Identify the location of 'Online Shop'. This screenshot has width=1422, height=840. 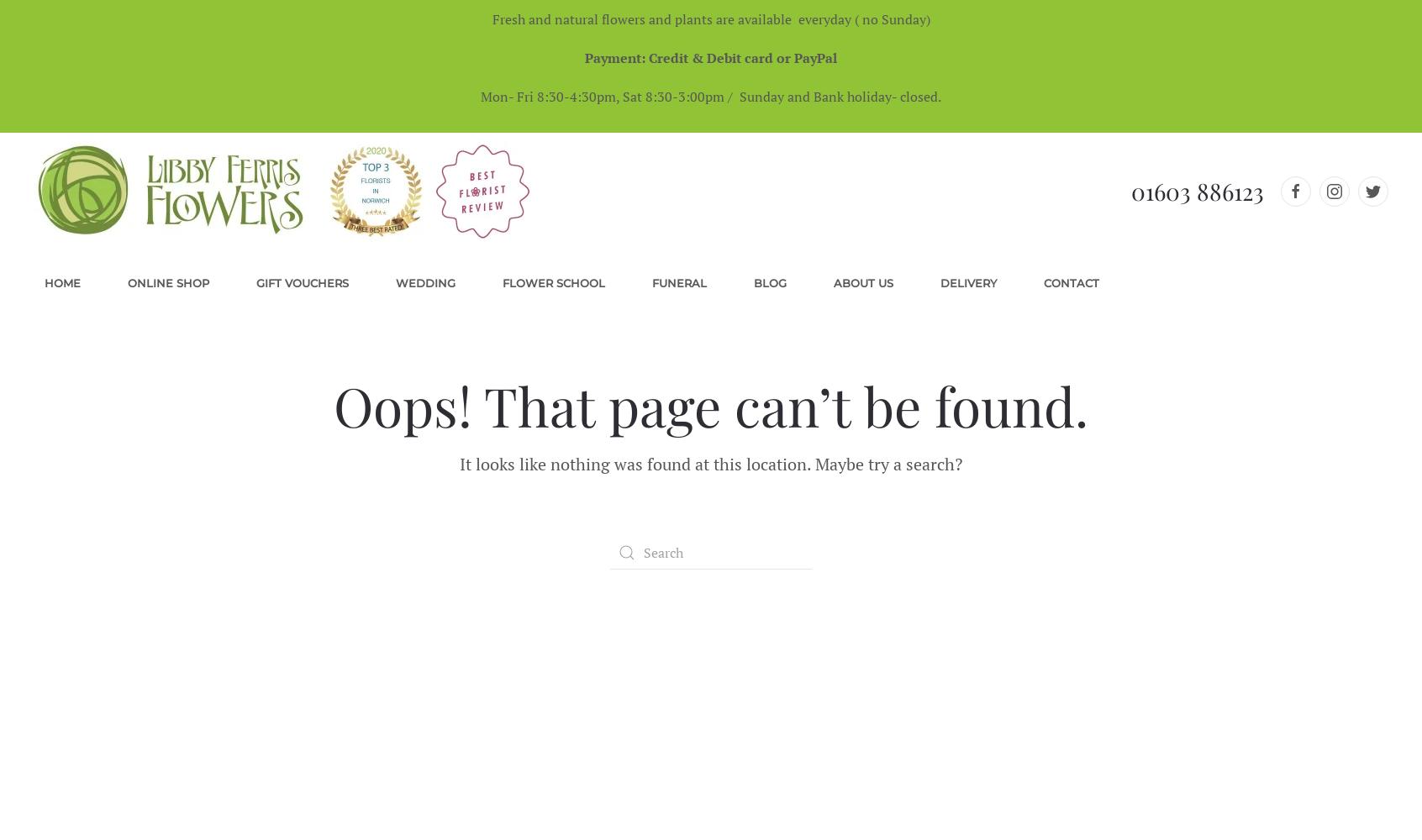
(126, 282).